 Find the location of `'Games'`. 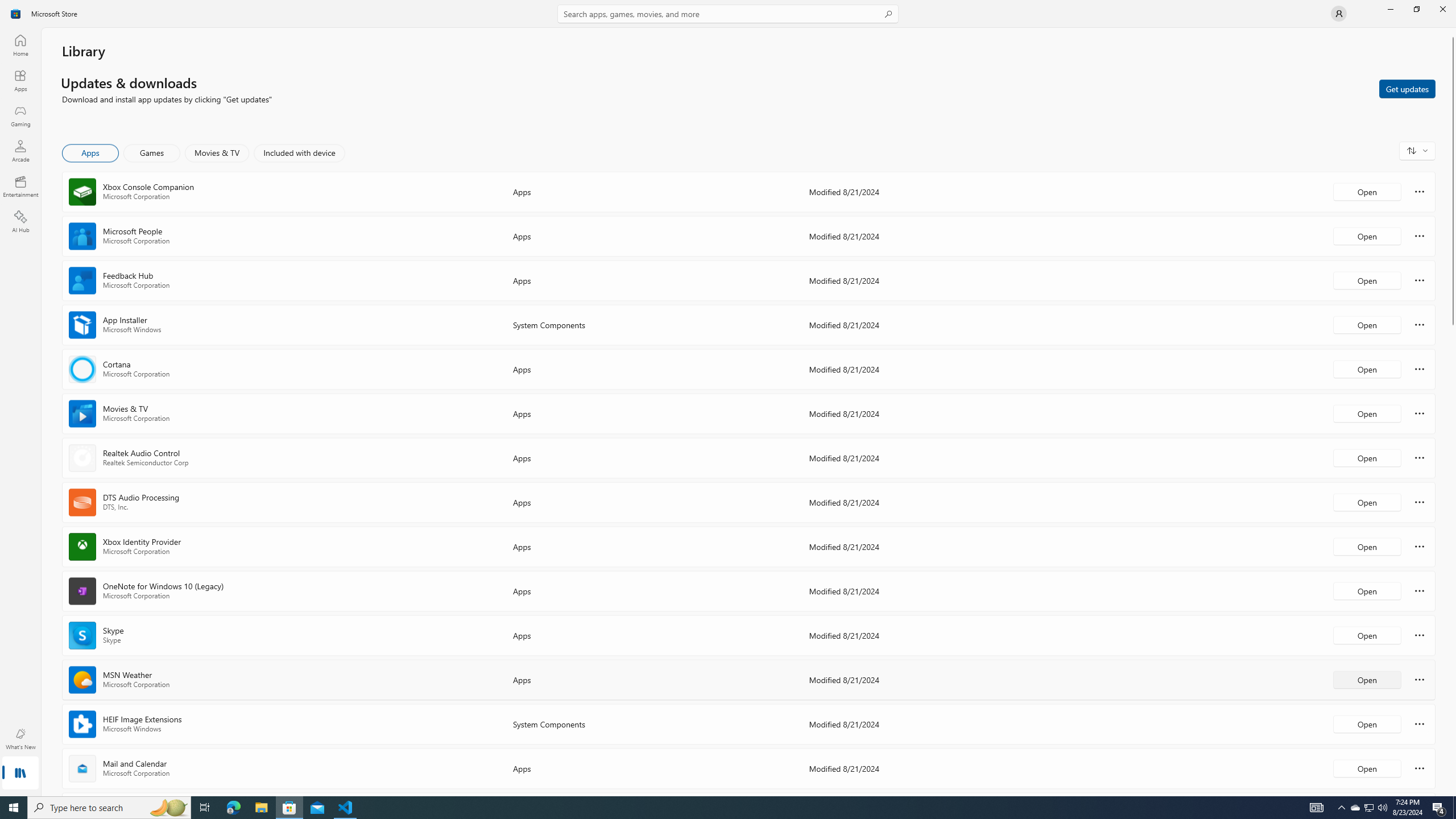

'Games' is located at coordinates (151, 152).